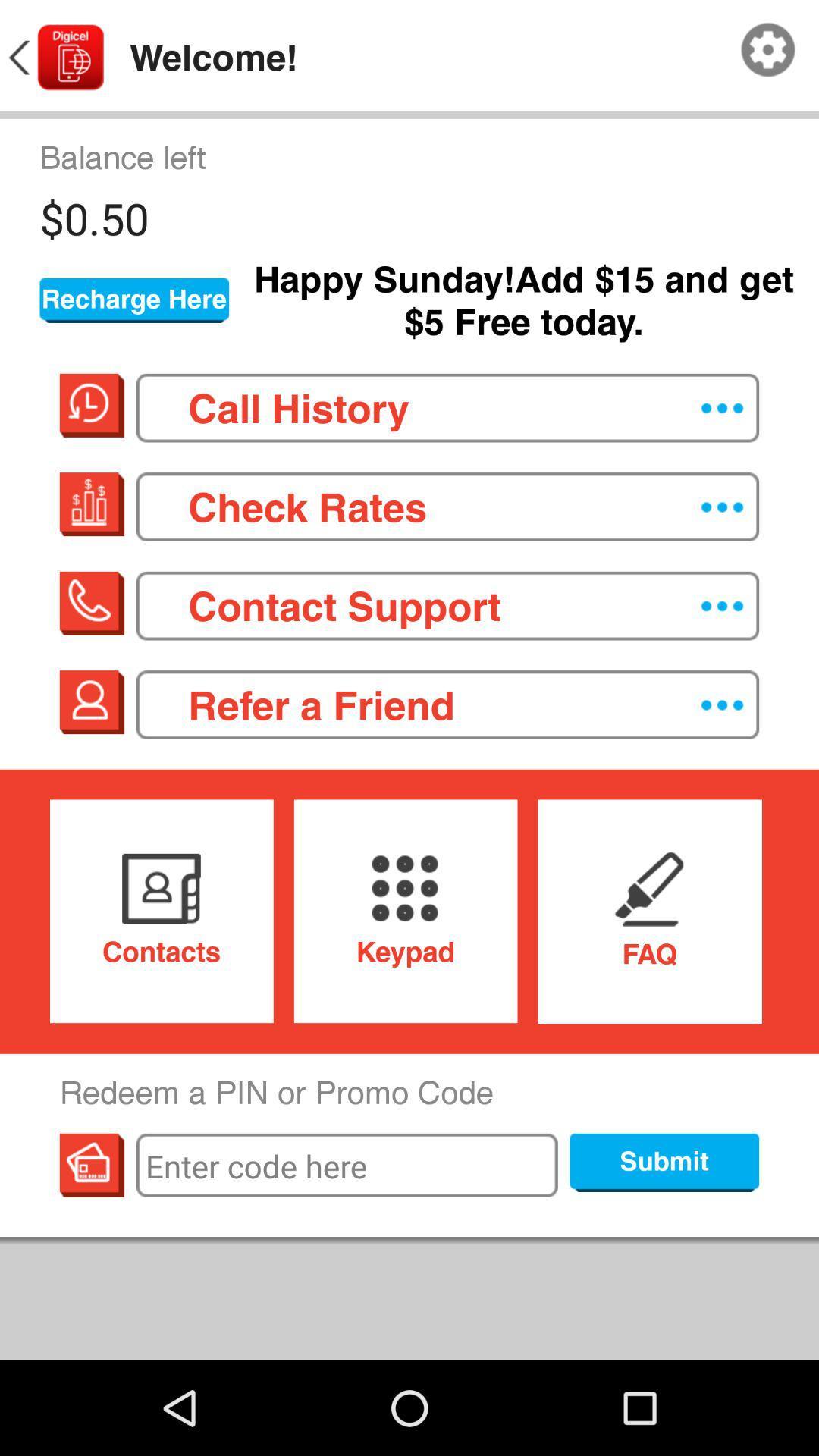  Describe the element at coordinates (768, 50) in the screenshot. I see `settings menu` at that location.